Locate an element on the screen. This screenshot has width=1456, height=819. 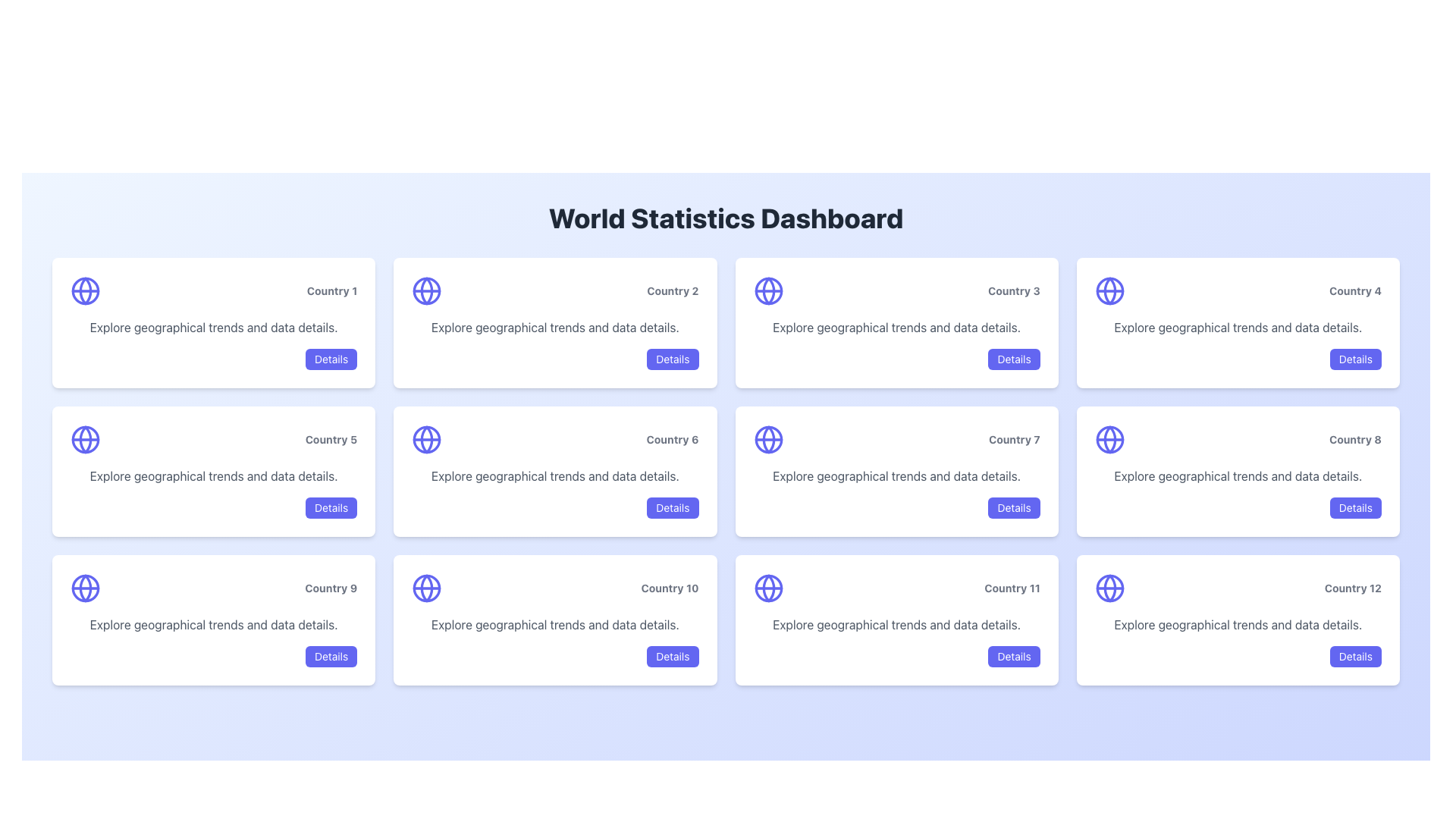
the 'Details' button, which is a rectangular button with white text on a blue background, located as the sixth button from the left in the fourth row of a grid is located at coordinates (1014, 656).